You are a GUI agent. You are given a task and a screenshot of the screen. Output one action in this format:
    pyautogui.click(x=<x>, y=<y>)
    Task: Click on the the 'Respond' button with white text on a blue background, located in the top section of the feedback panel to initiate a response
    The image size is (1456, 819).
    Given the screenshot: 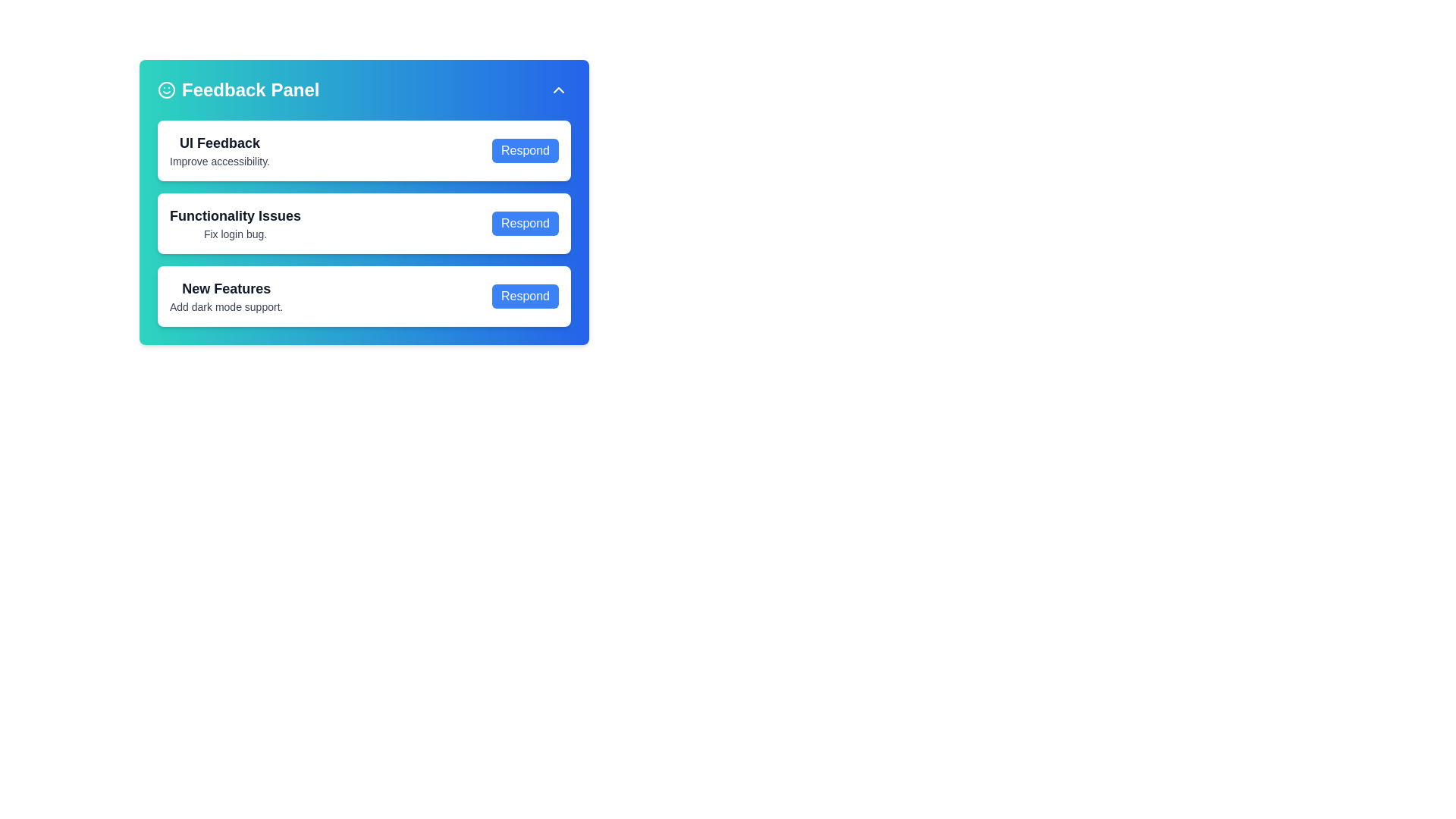 What is the action you would take?
    pyautogui.click(x=525, y=151)
    